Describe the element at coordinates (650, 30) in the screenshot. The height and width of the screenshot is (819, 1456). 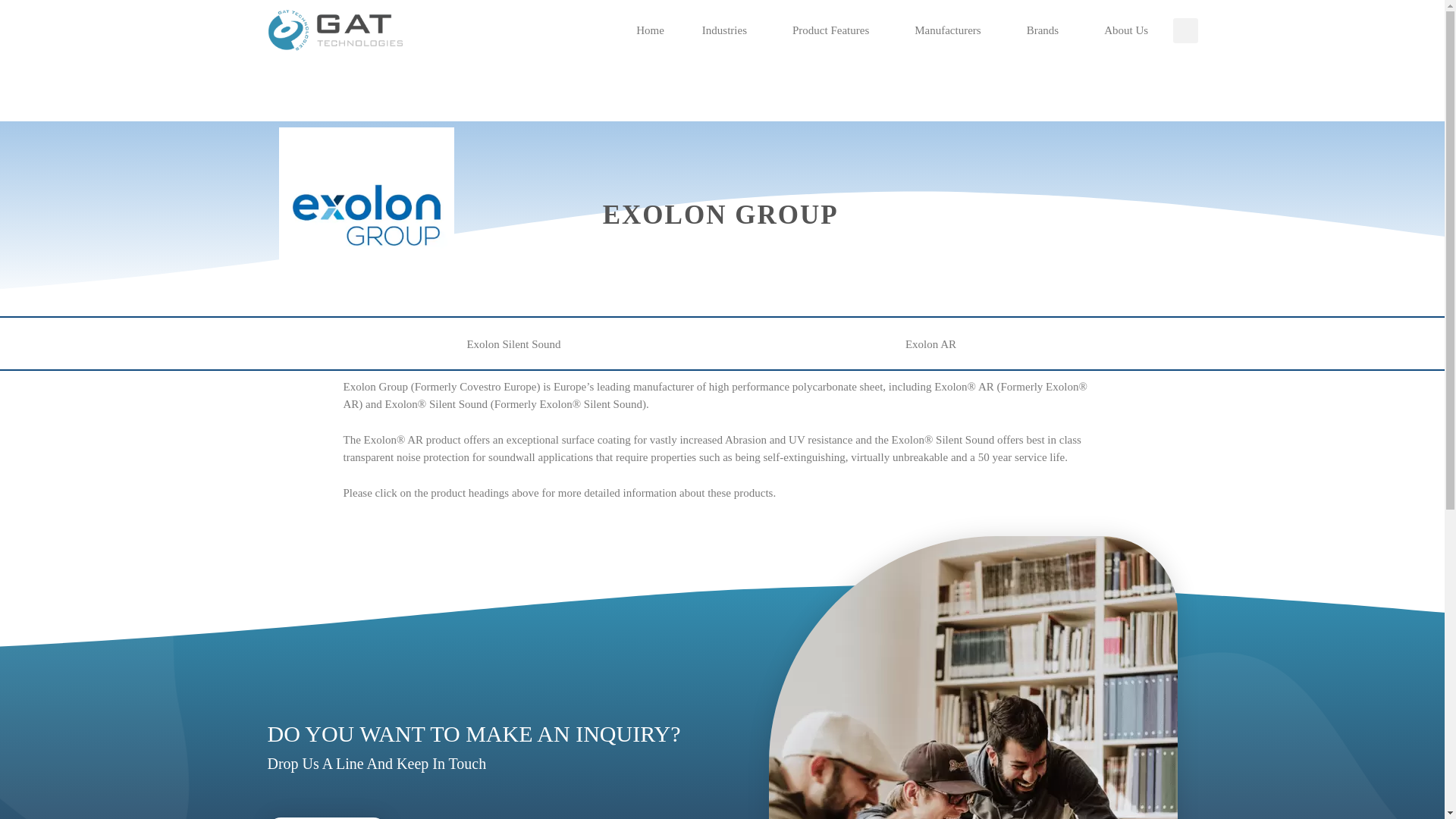
I see `'Home'` at that location.